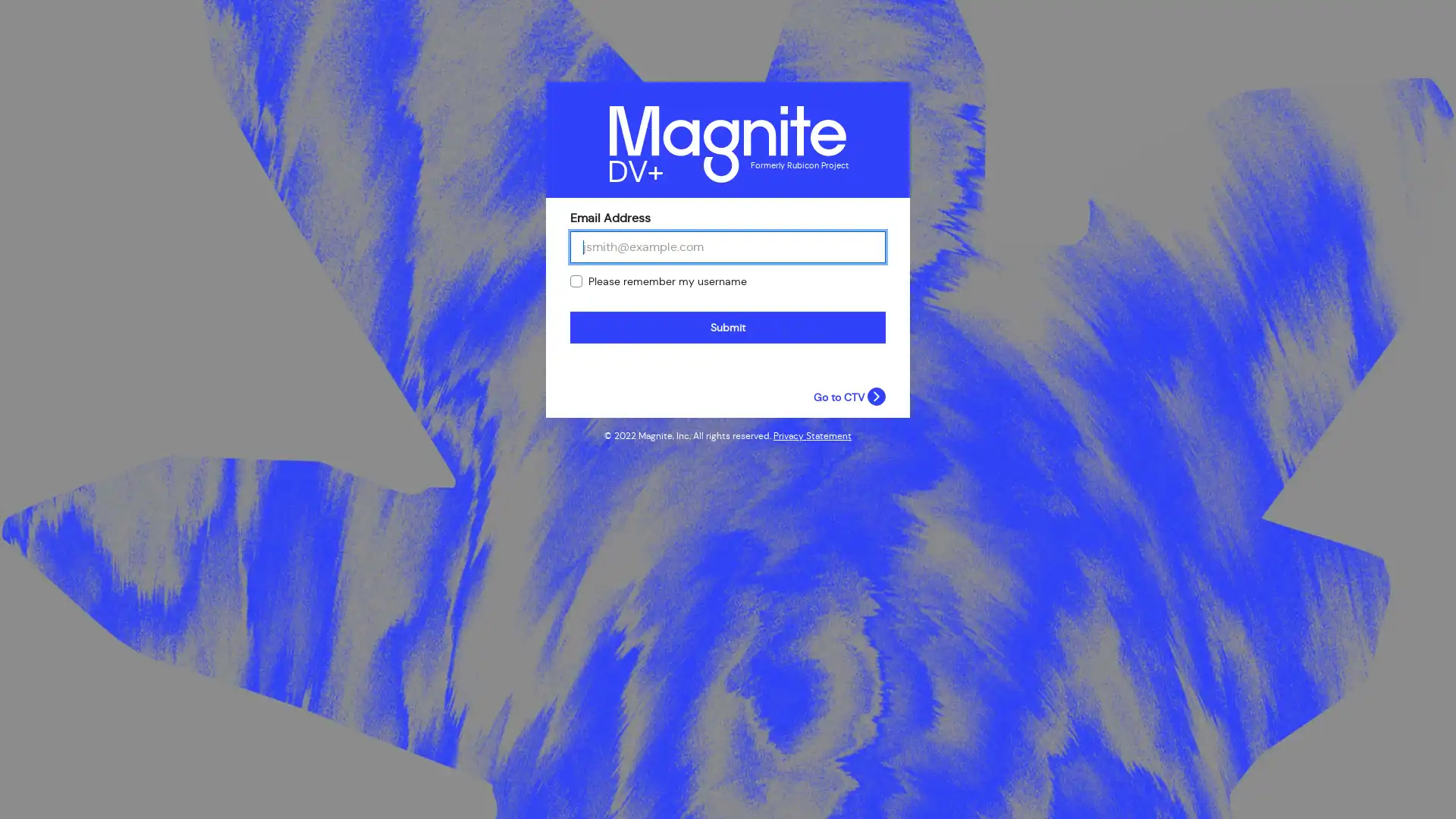  What do you see at coordinates (728, 327) in the screenshot?
I see `Submit` at bounding box center [728, 327].